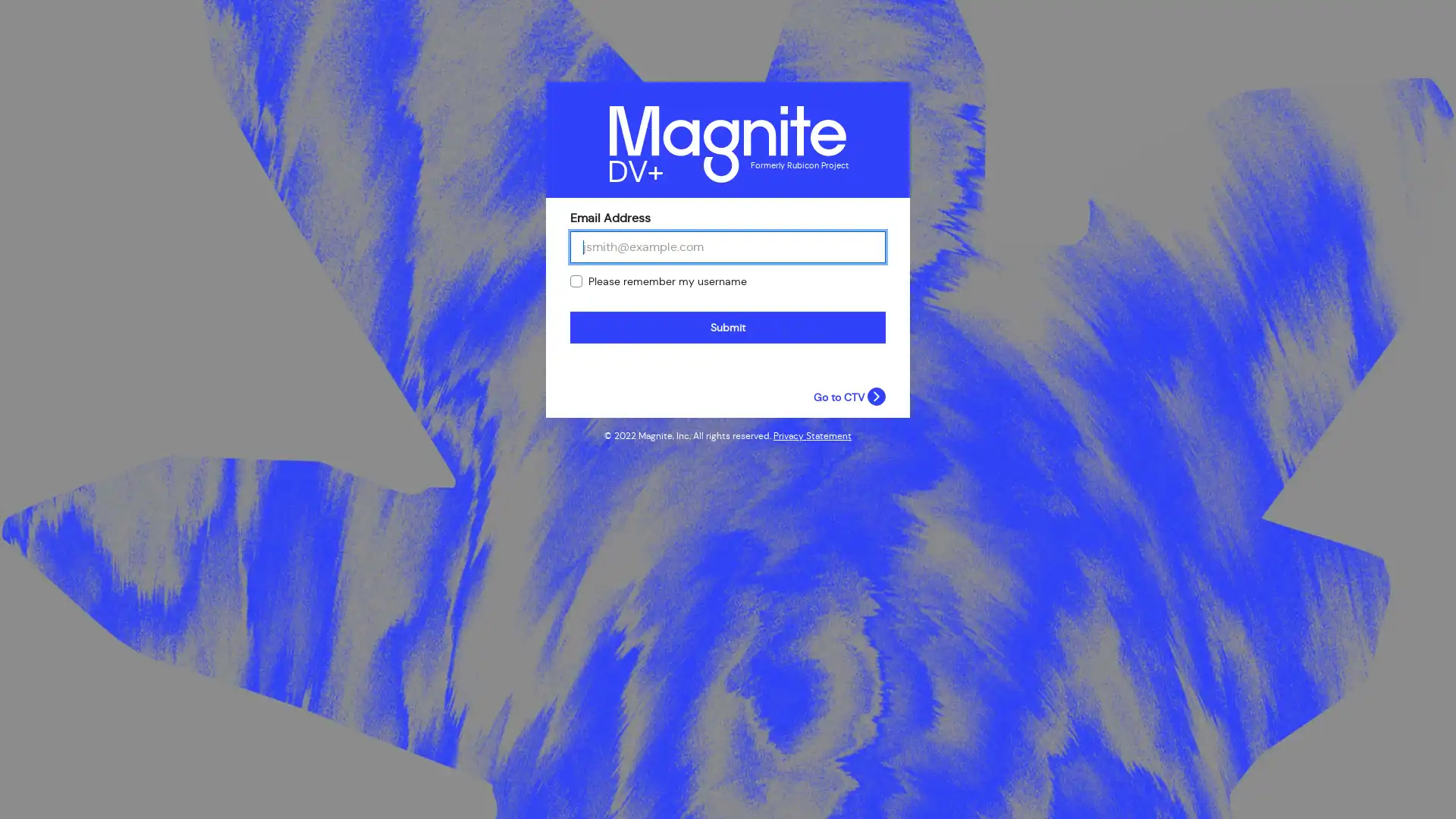  What do you see at coordinates (728, 327) in the screenshot?
I see `Submit` at bounding box center [728, 327].